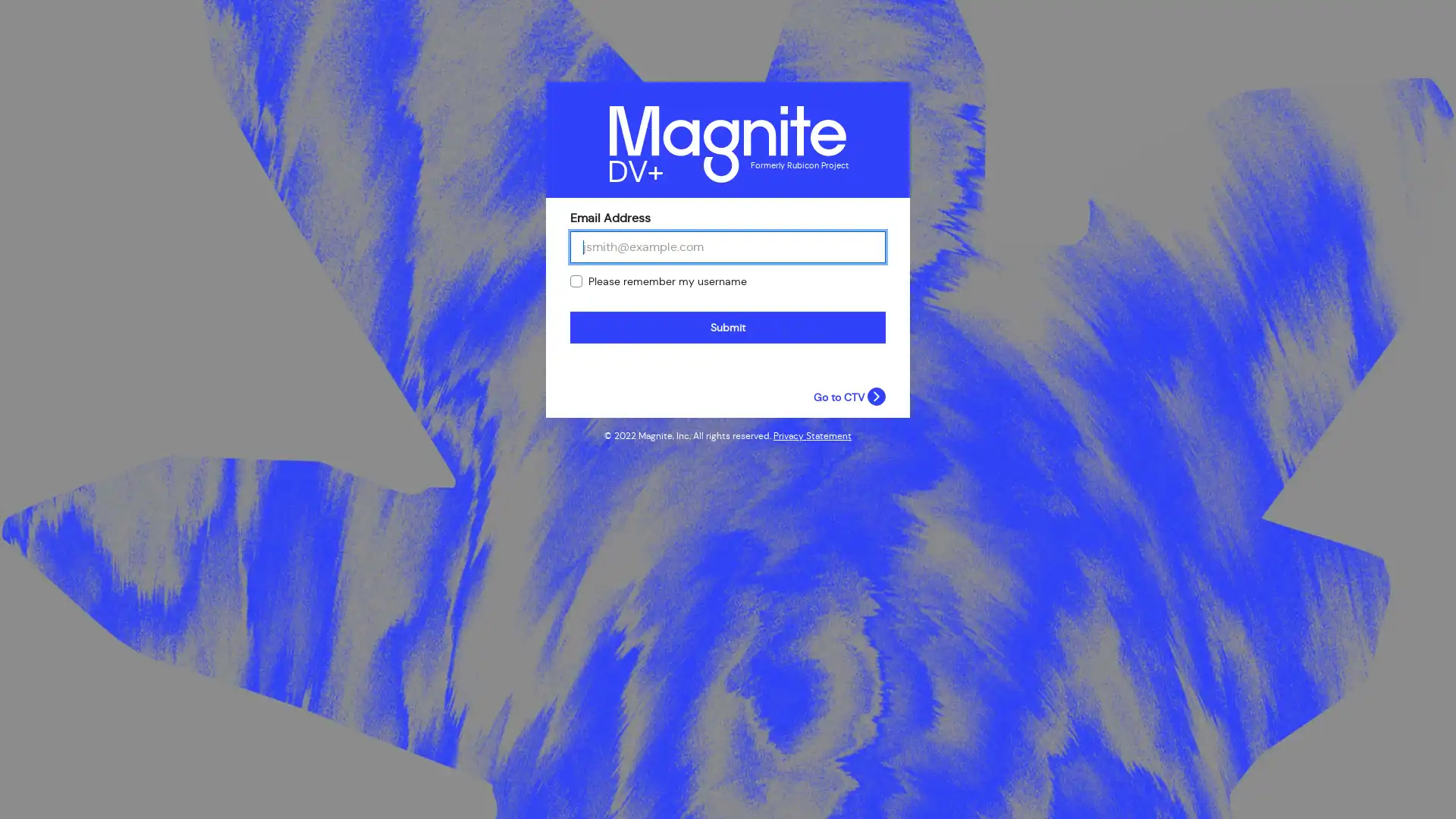  What do you see at coordinates (728, 327) in the screenshot?
I see `Submit` at bounding box center [728, 327].